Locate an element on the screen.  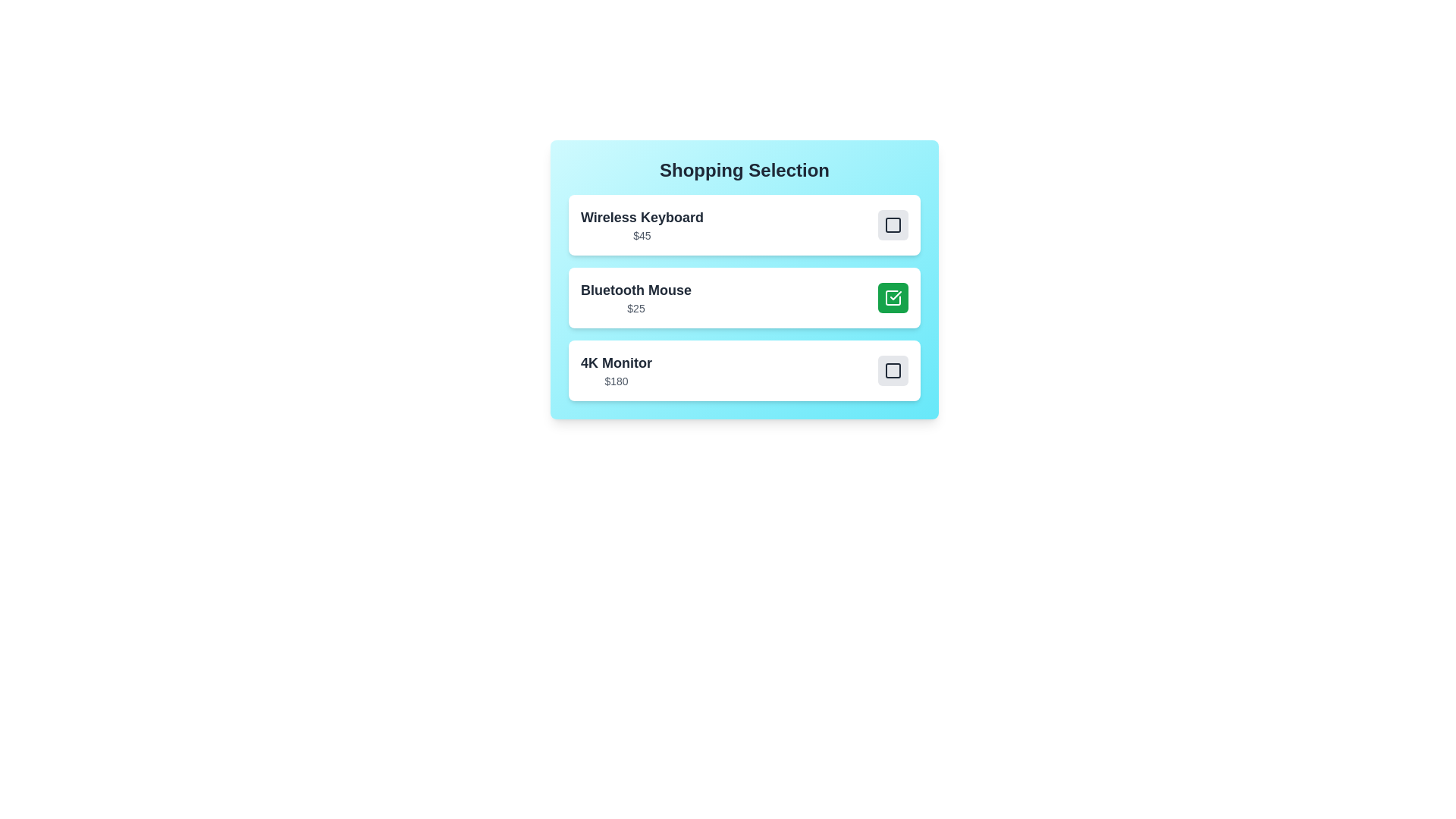
the bold heading labeled 'Shopping Selection' that is prominently displayed in dark gray on a light cyan gradient background is located at coordinates (745, 170).